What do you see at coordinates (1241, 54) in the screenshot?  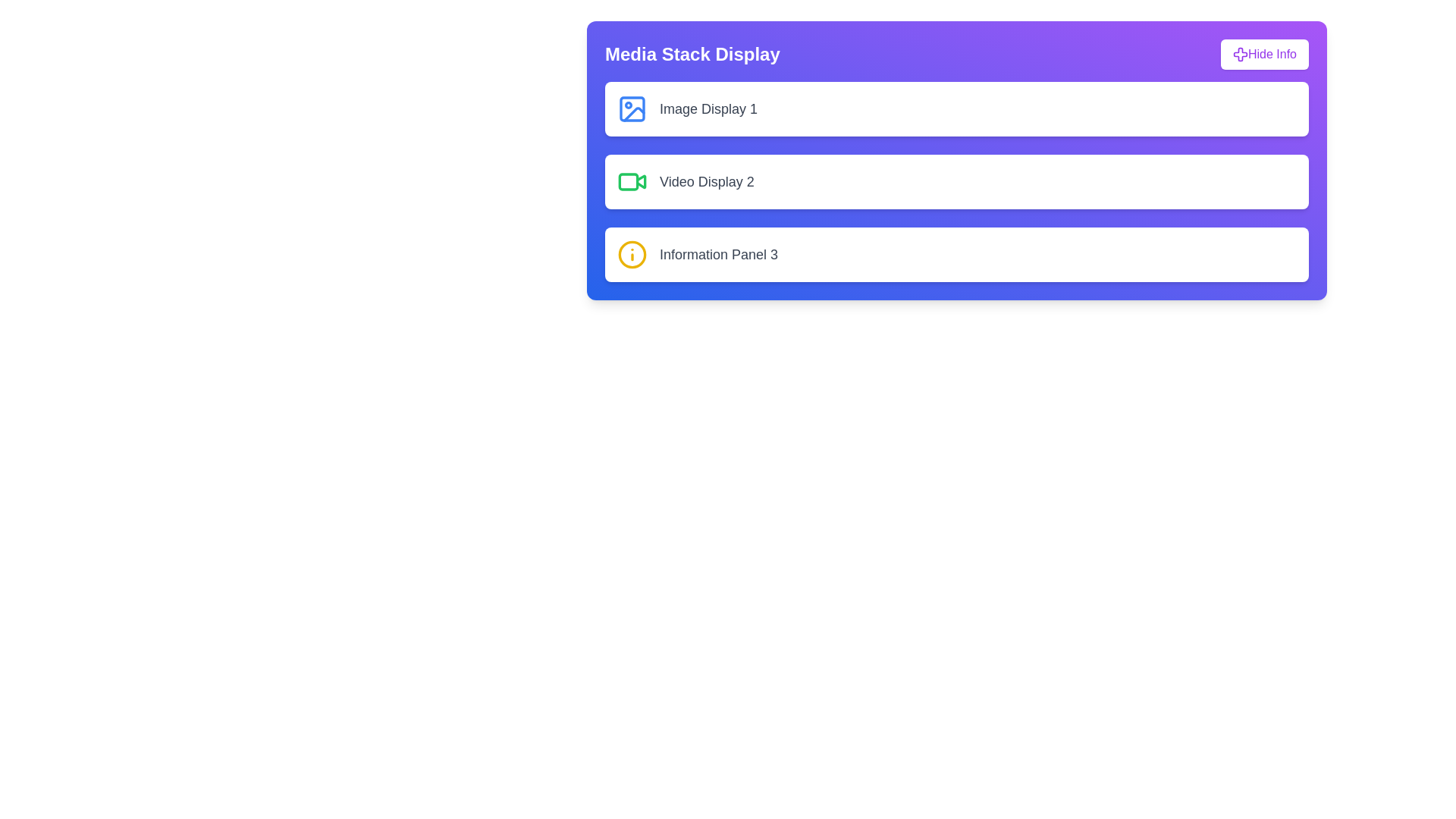 I see `the close/dismiss icon located in the top-right corner of the 'Media Stack Display' header section, which is part of the 'Hide Info' button` at bounding box center [1241, 54].